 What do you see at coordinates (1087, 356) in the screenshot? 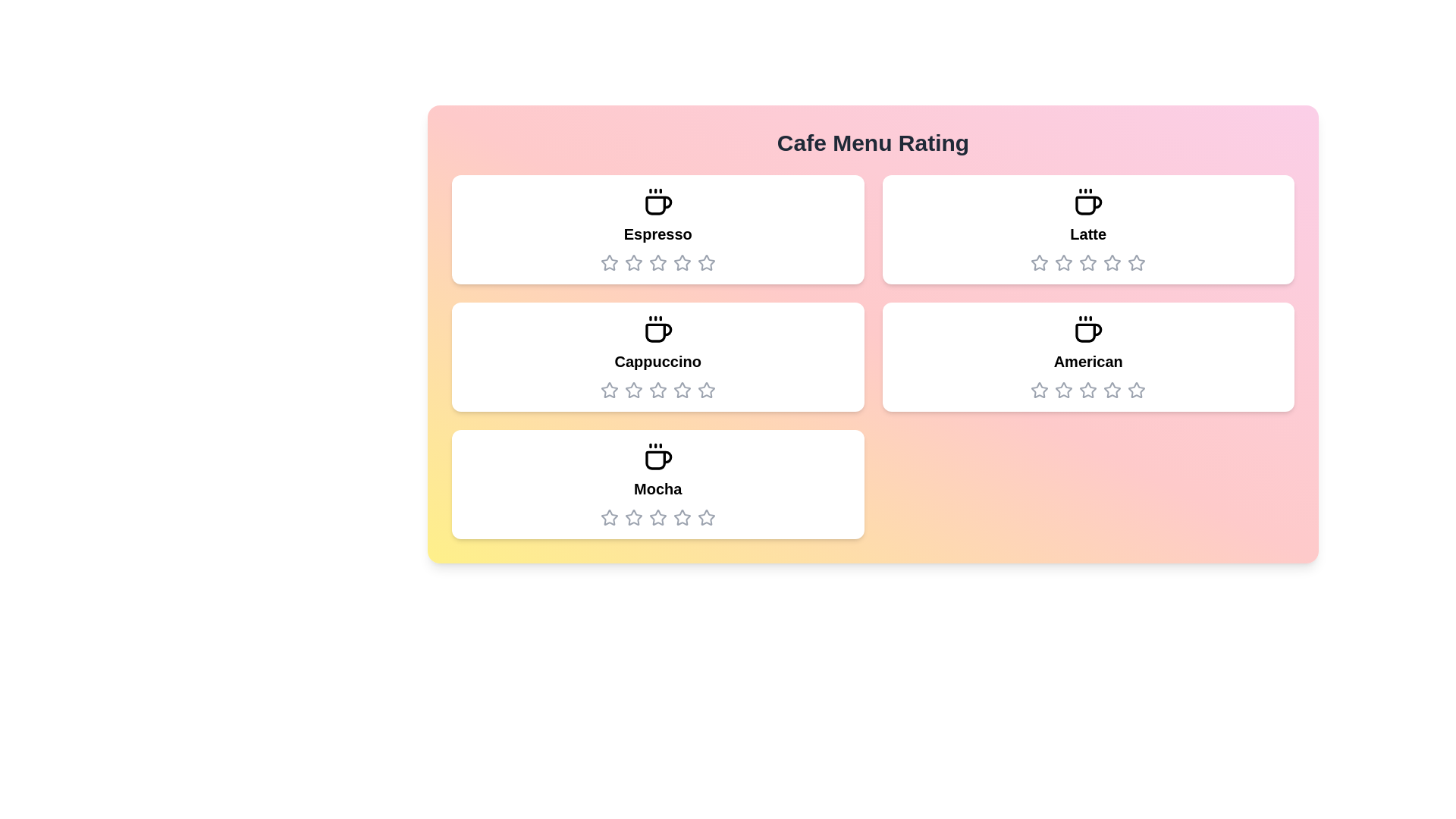
I see `the menu item American to navigate to its details` at bounding box center [1087, 356].